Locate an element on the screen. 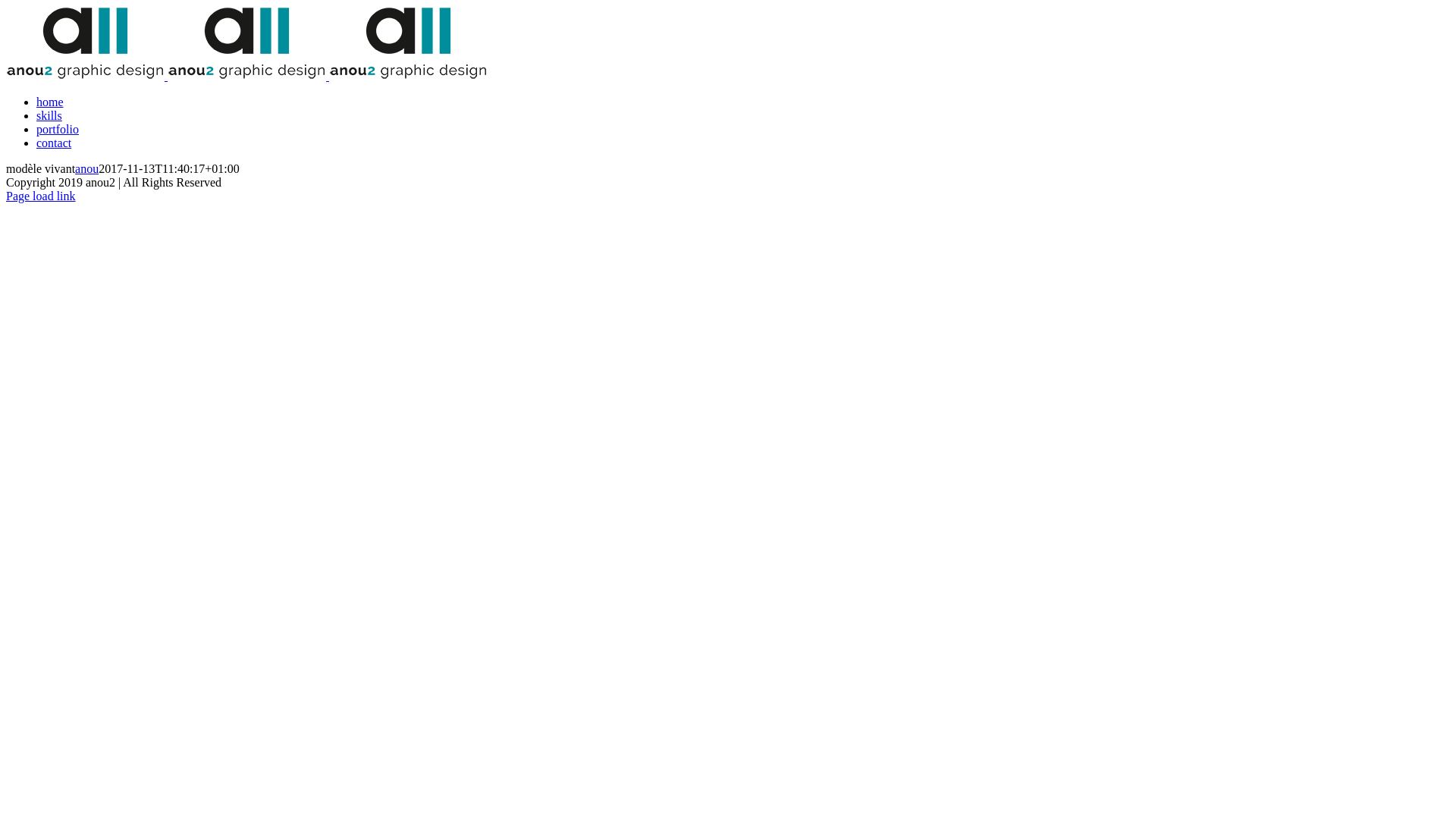 The width and height of the screenshot is (1456, 819). 'home' is located at coordinates (50, 102).